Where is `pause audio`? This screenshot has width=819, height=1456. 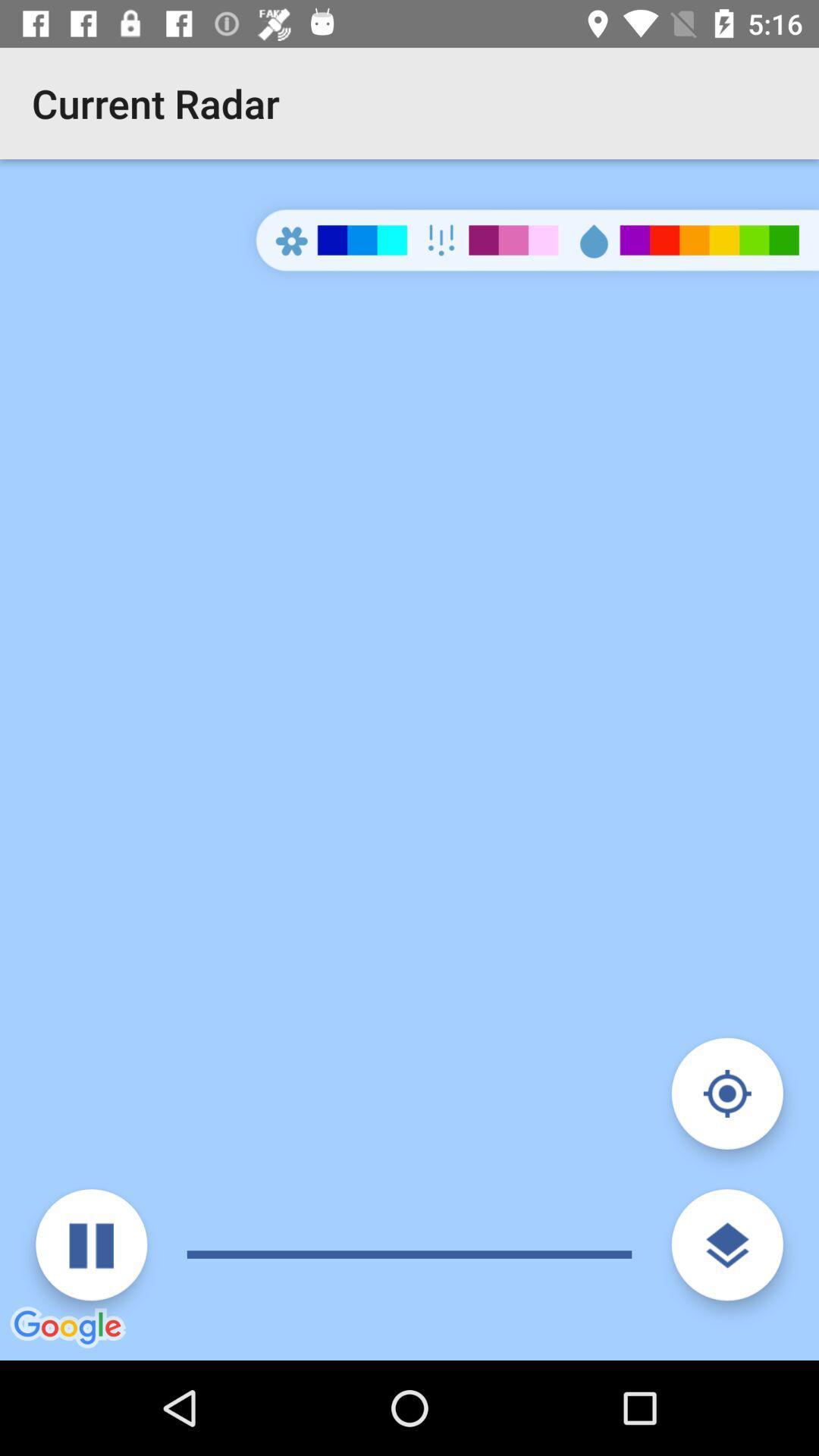 pause audio is located at coordinates (91, 1244).